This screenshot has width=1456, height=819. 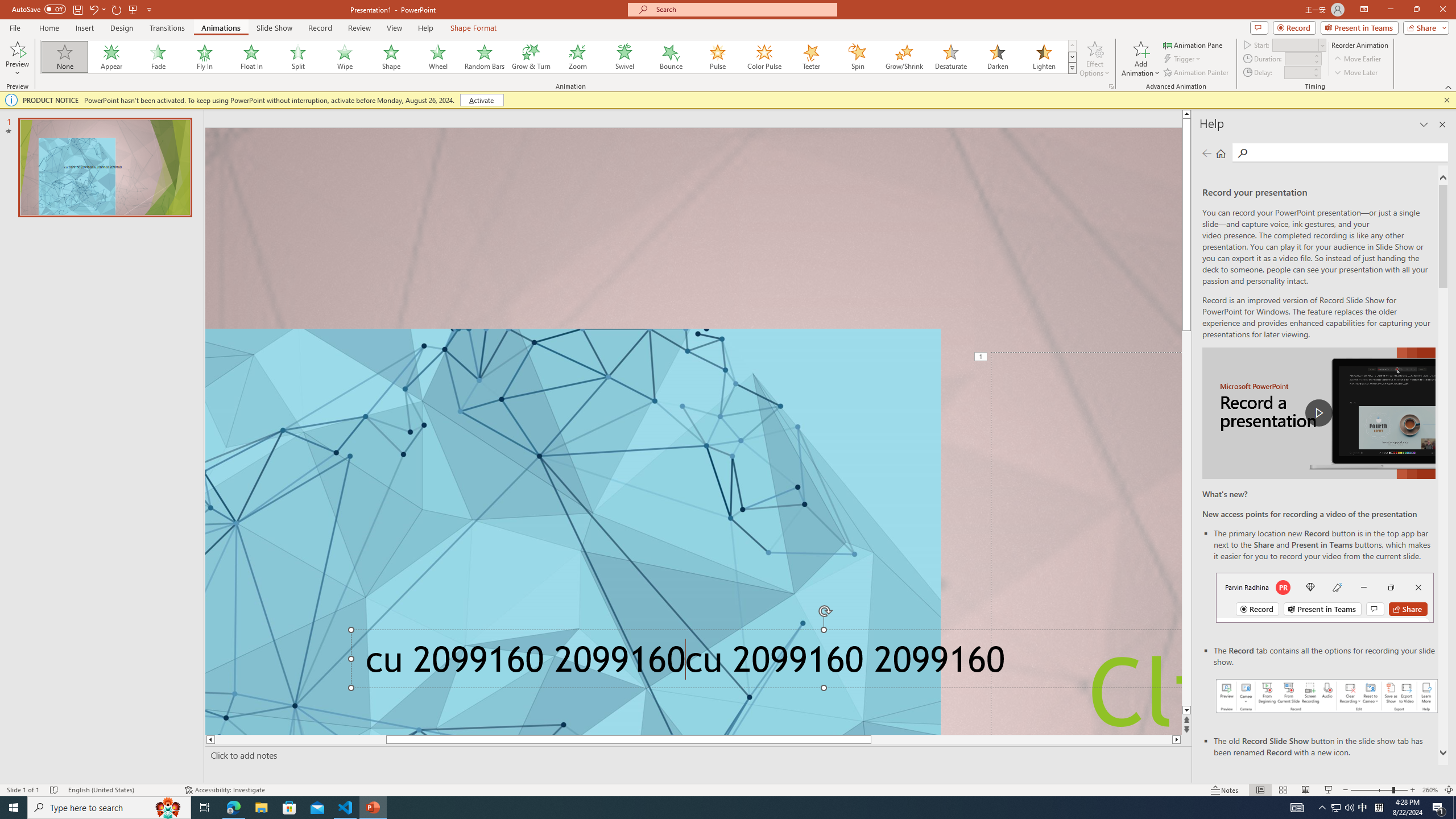 What do you see at coordinates (345, 56) in the screenshot?
I see `'Wipe'` at bounding box center [345, 56].